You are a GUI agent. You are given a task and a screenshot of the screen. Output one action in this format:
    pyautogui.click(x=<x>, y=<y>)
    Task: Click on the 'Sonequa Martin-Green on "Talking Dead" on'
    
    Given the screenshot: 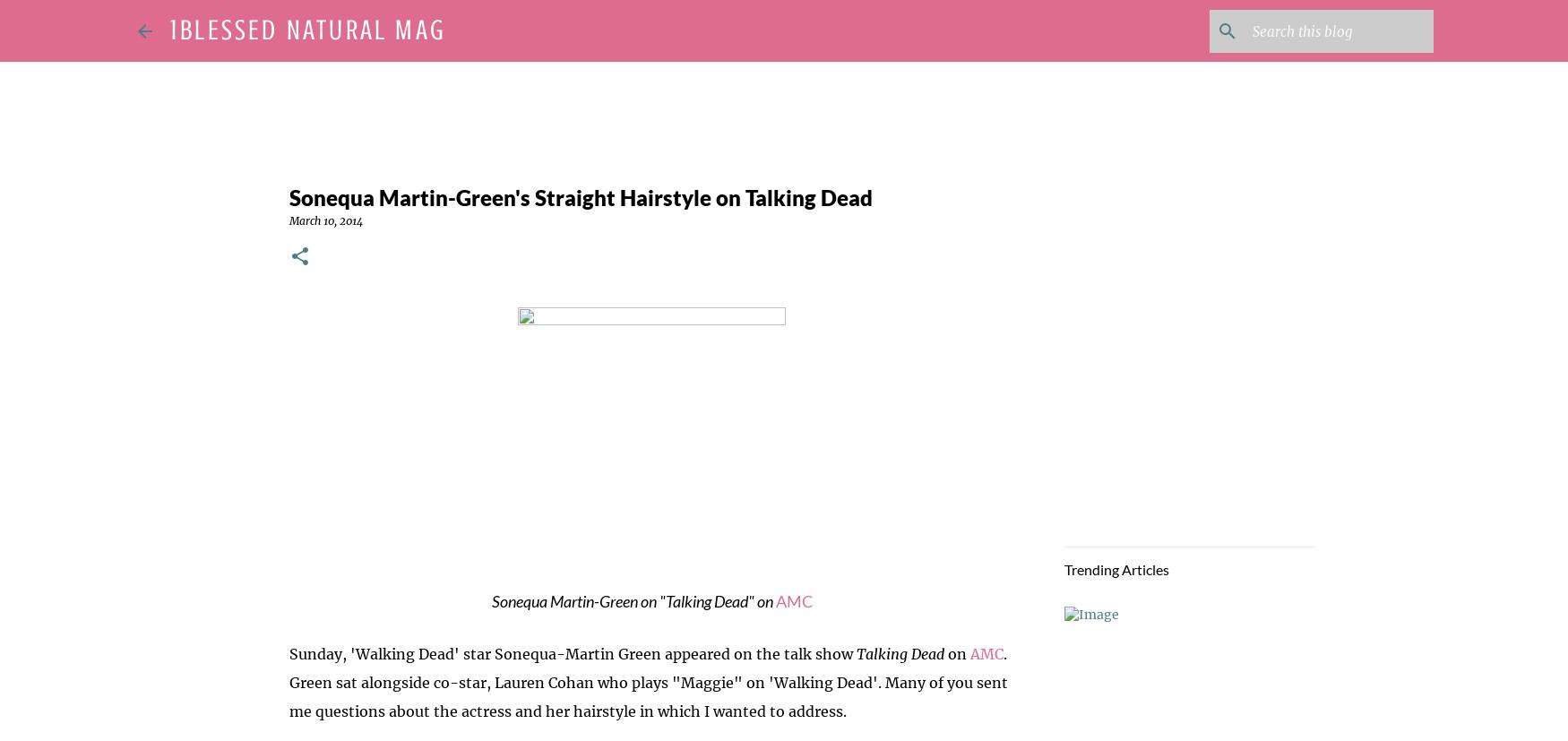 What is the action you would take?
    pyautogui.click(x=633, y=600)
    